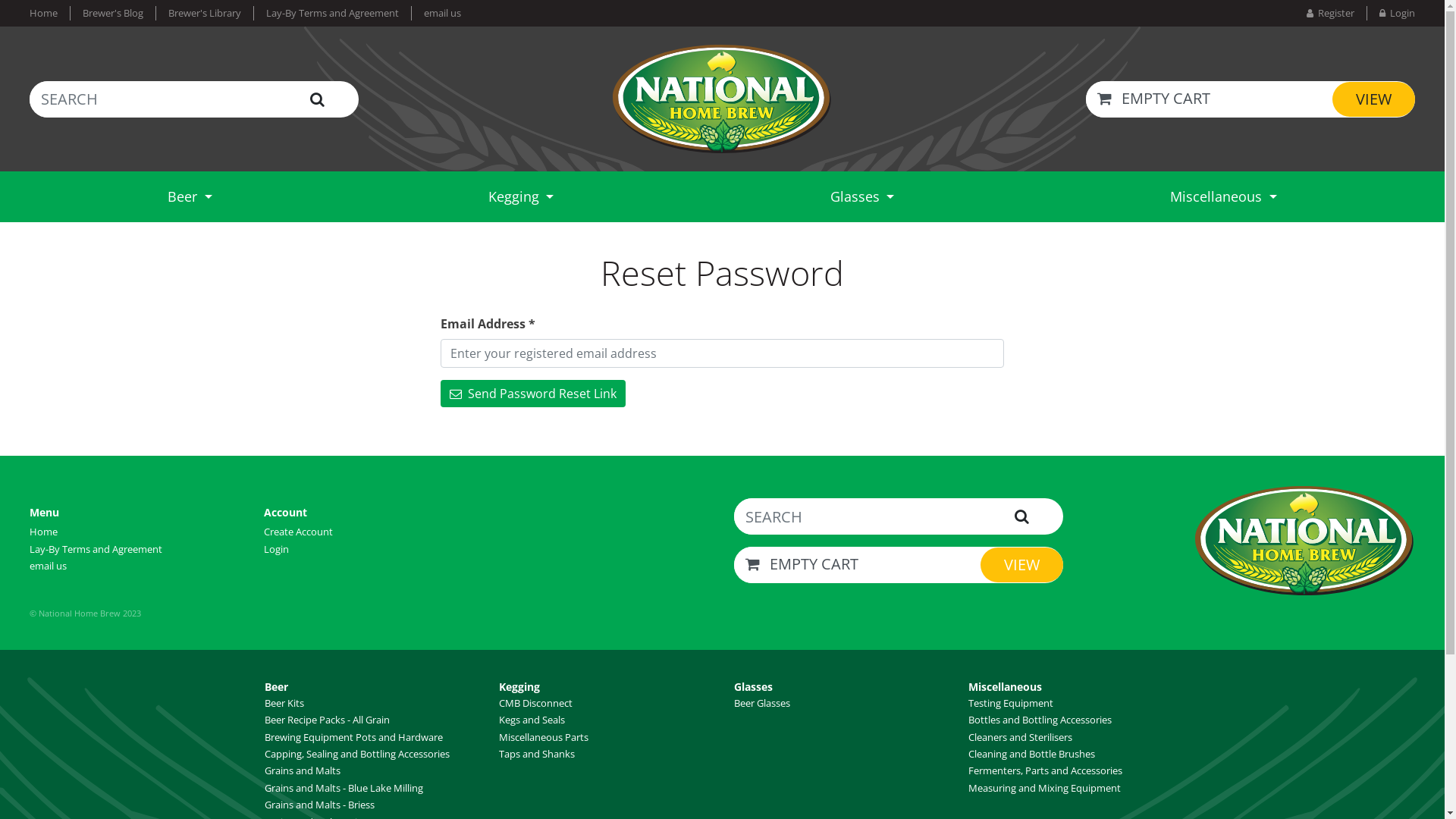  I want to click on 'Home', so click(43, 531).